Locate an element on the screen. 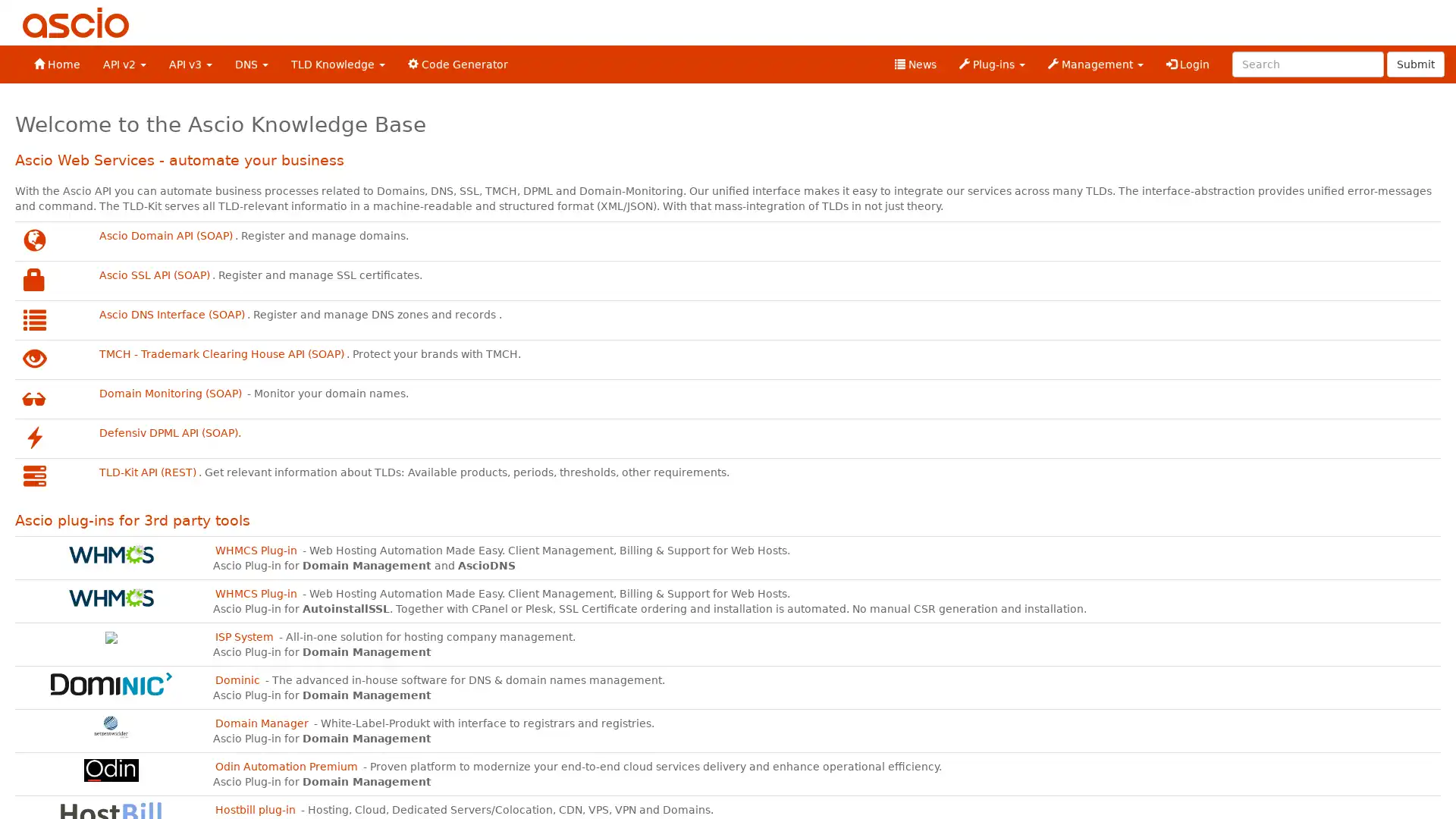 The image size is (1456, 819). Submit is located at coordinates (1415, 63).